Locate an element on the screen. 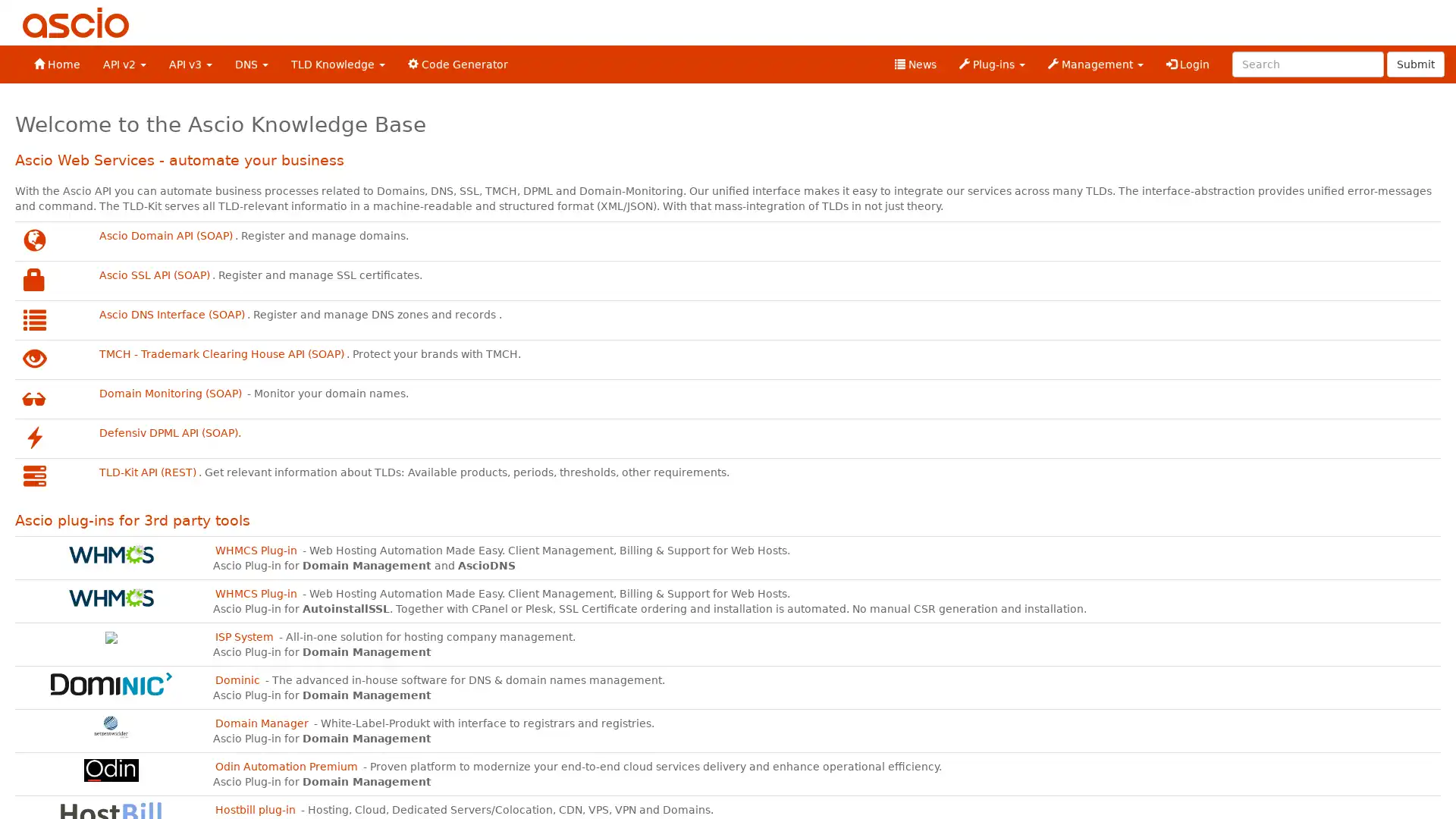 The image size is (1456, 819). Submit is located at coordinates (1415, 63).